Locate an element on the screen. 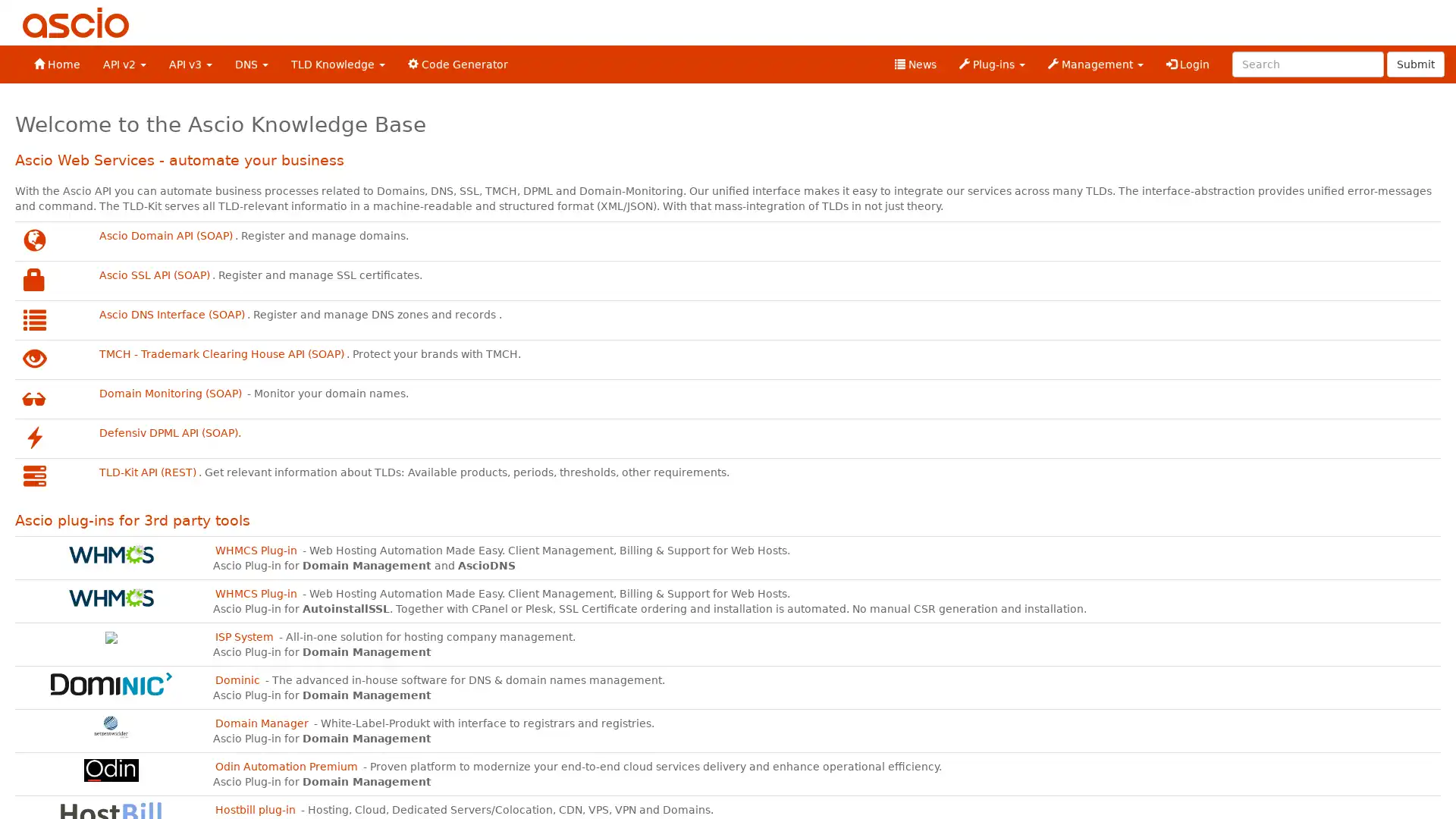 The image size is (1456, 819). Submit is located at coordinates (1415, 63).